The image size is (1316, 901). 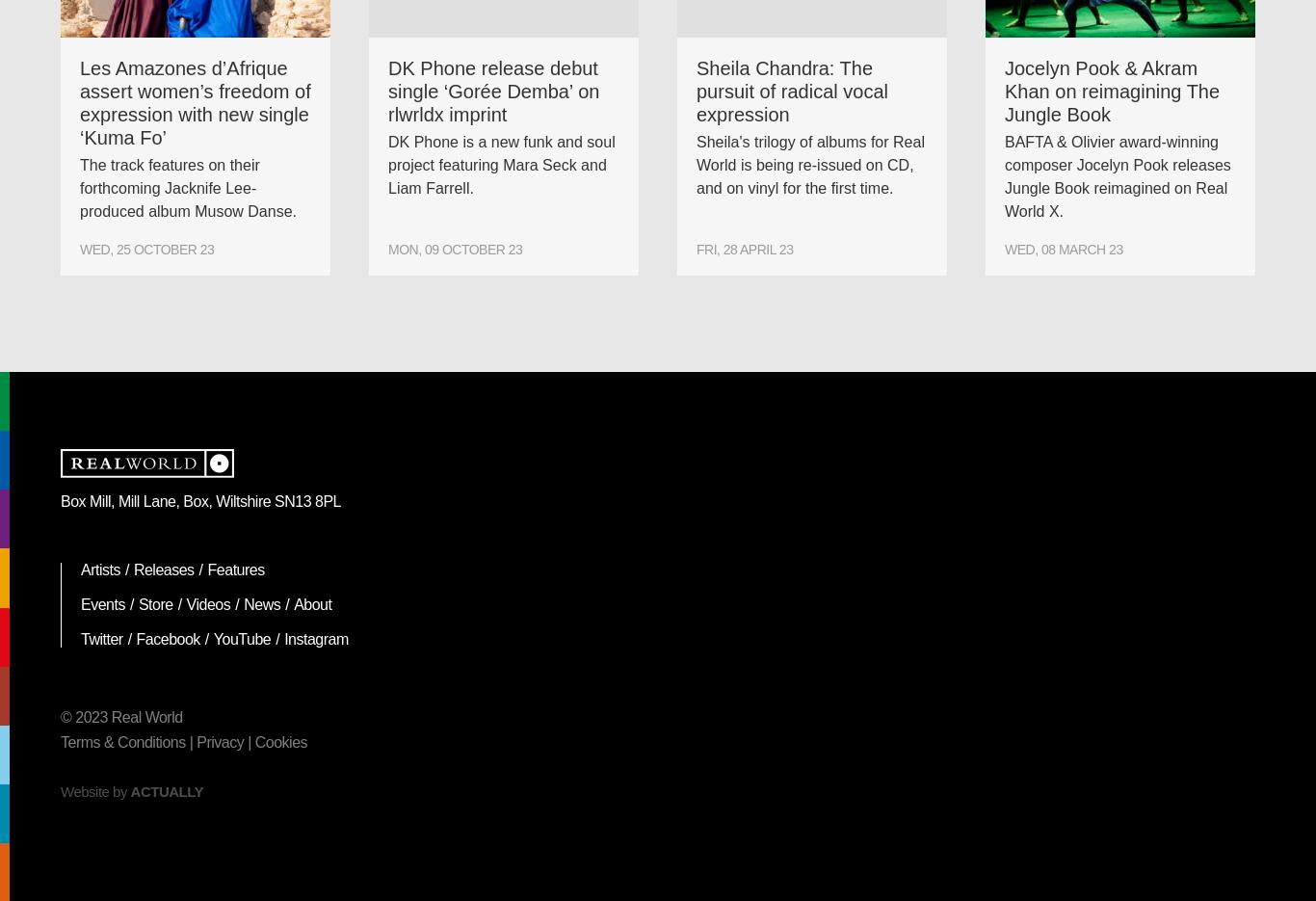 I want to click on 'Les Amazones d’Afrique assert women’s freedom of expression with new single ‘Kuma Fo’', so click(x=194, y=101).